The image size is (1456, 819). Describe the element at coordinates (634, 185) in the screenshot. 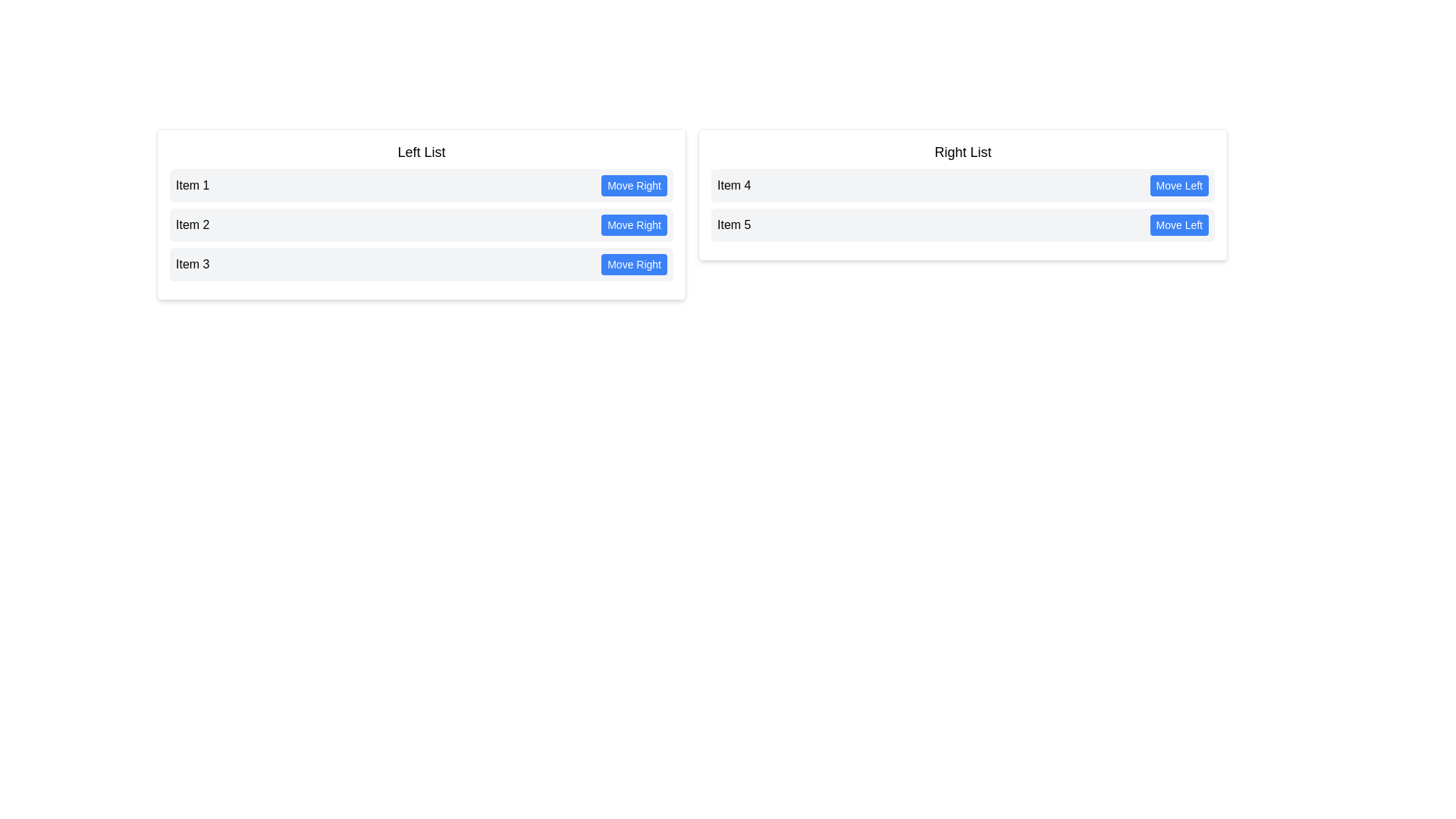

I see `'Move Right' button for the item Item 1 in the left list` at that location.